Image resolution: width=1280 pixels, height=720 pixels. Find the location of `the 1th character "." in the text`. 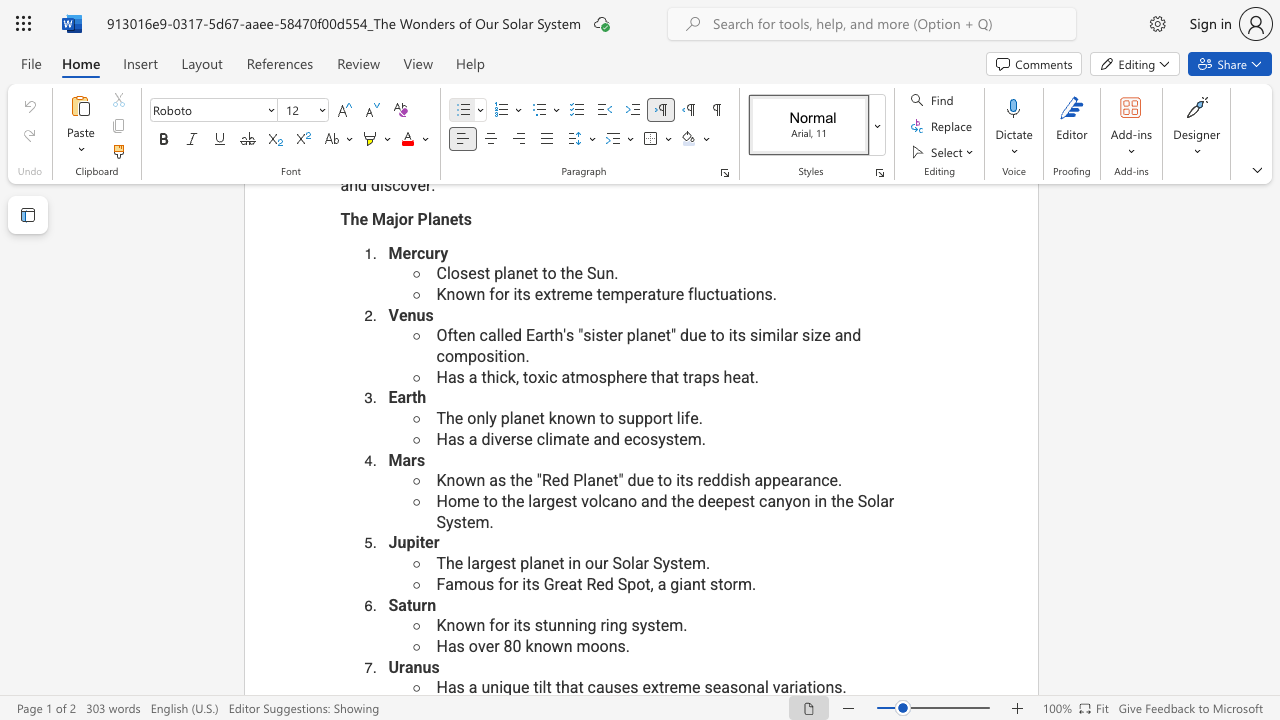

the 1th character "." in the text is located at coordinates (626, 646).